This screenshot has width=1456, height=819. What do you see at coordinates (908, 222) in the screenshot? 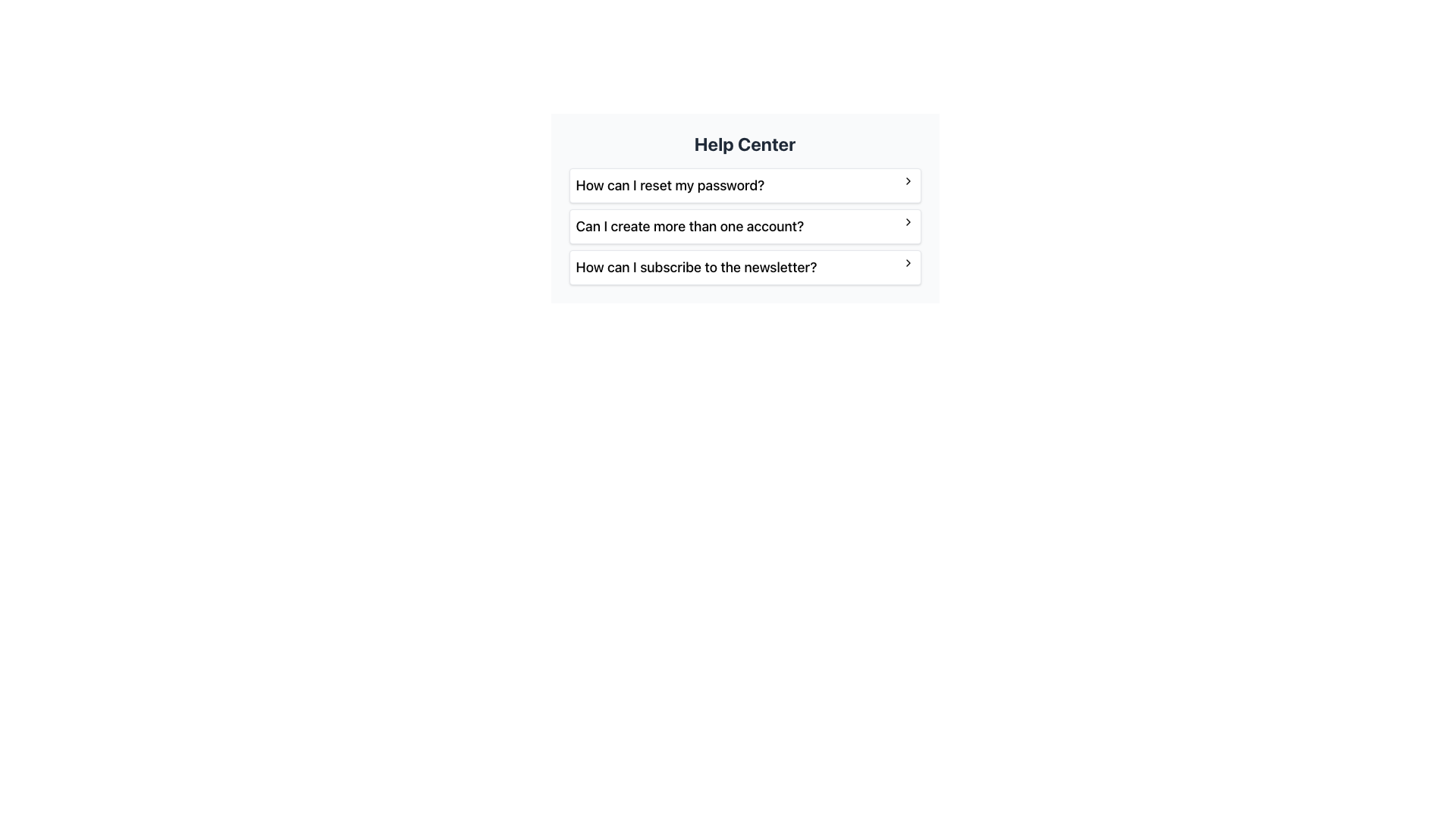
I see `the expandable icon located to the far right of the text 'Can I create more than one account?', which indicates that the row has associated content` at bounding box center [908, 222].